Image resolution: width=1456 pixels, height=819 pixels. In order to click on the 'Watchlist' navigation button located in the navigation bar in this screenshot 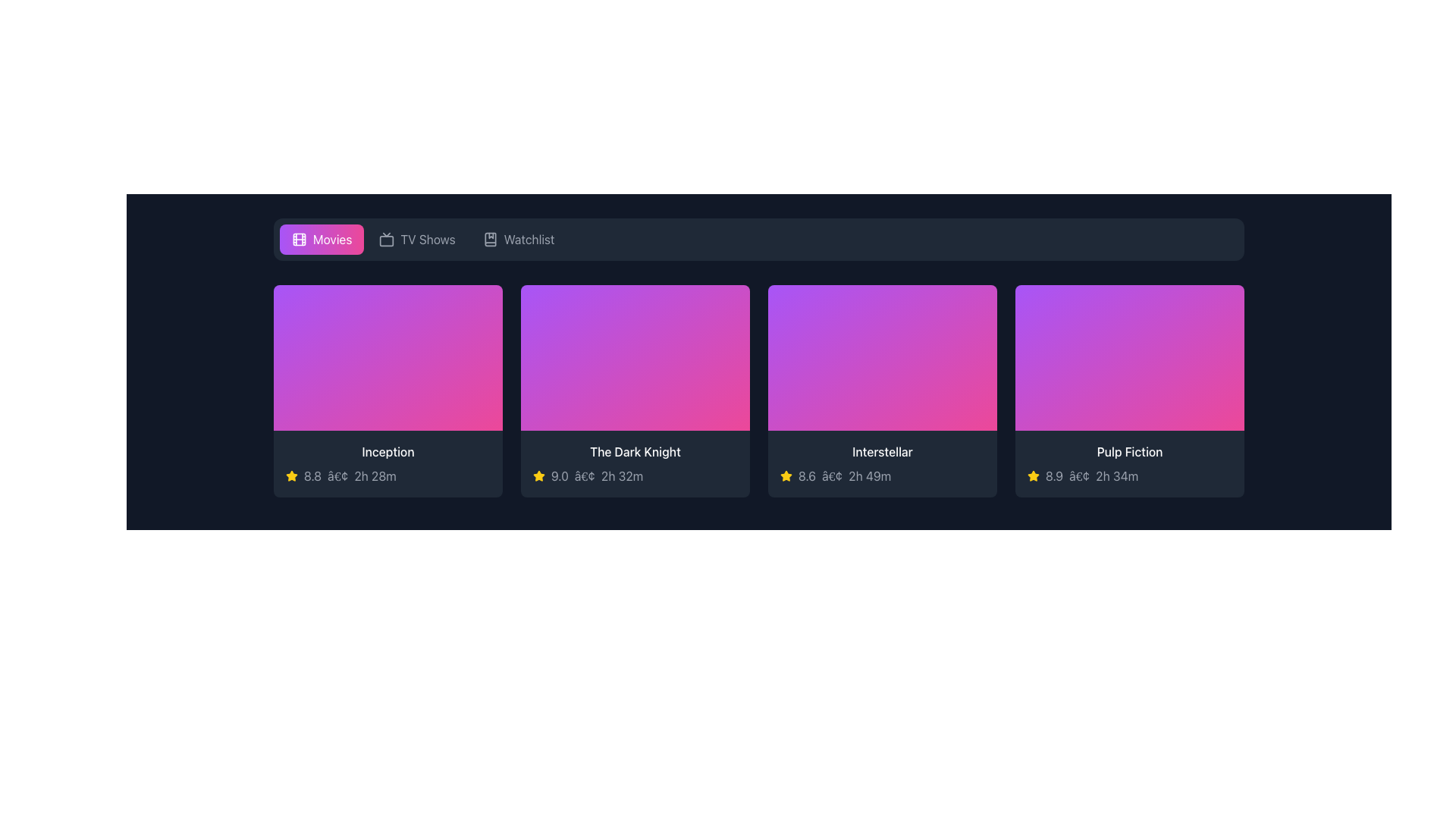, I will do `click(519, 239)`.